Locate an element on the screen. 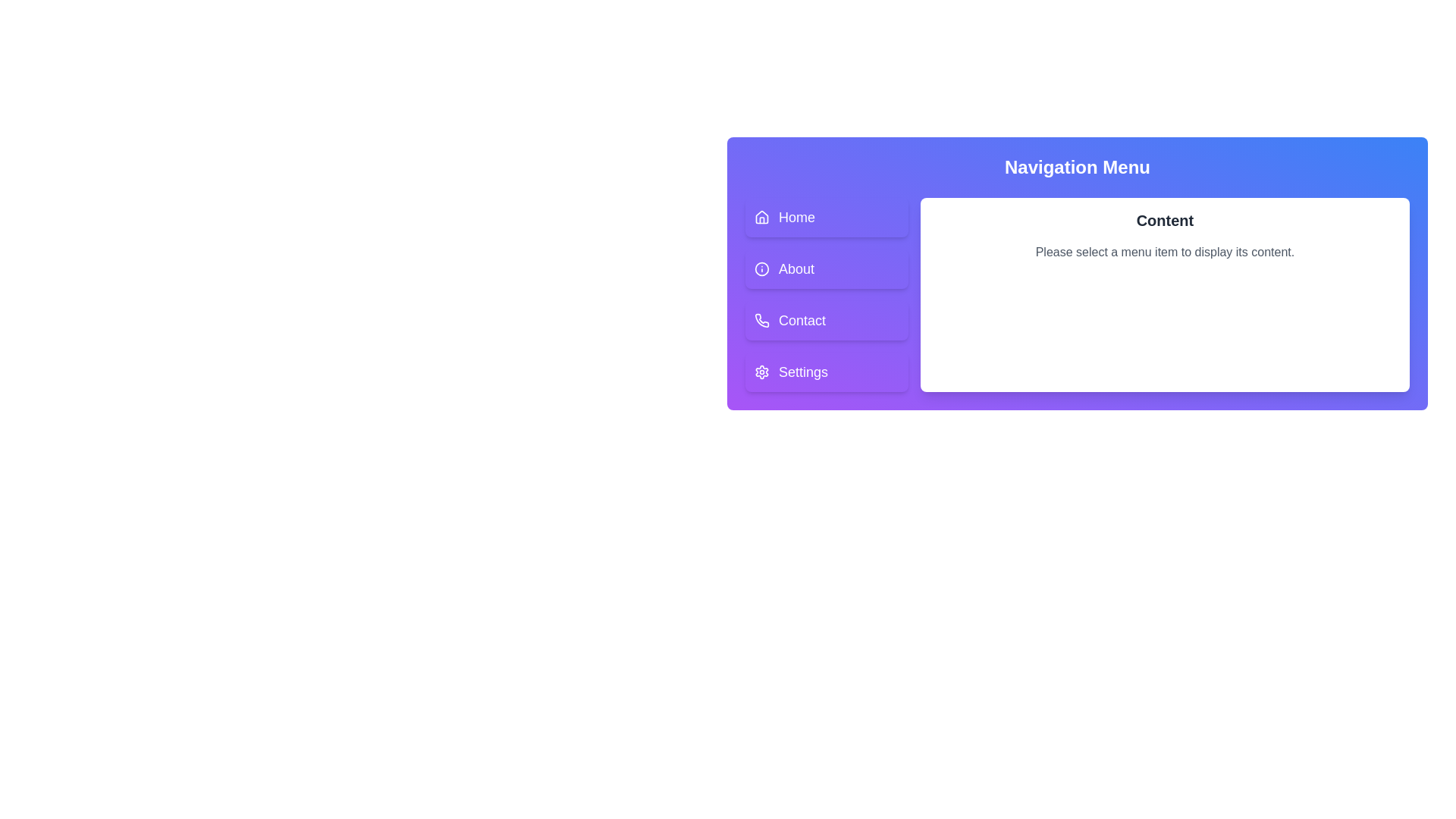 This screenshot has height=819, width=1456. the information indicator icon that precedes the 'About' menu item, which is the second item in the vertical menu sequence is located at coordinates (761, 268).